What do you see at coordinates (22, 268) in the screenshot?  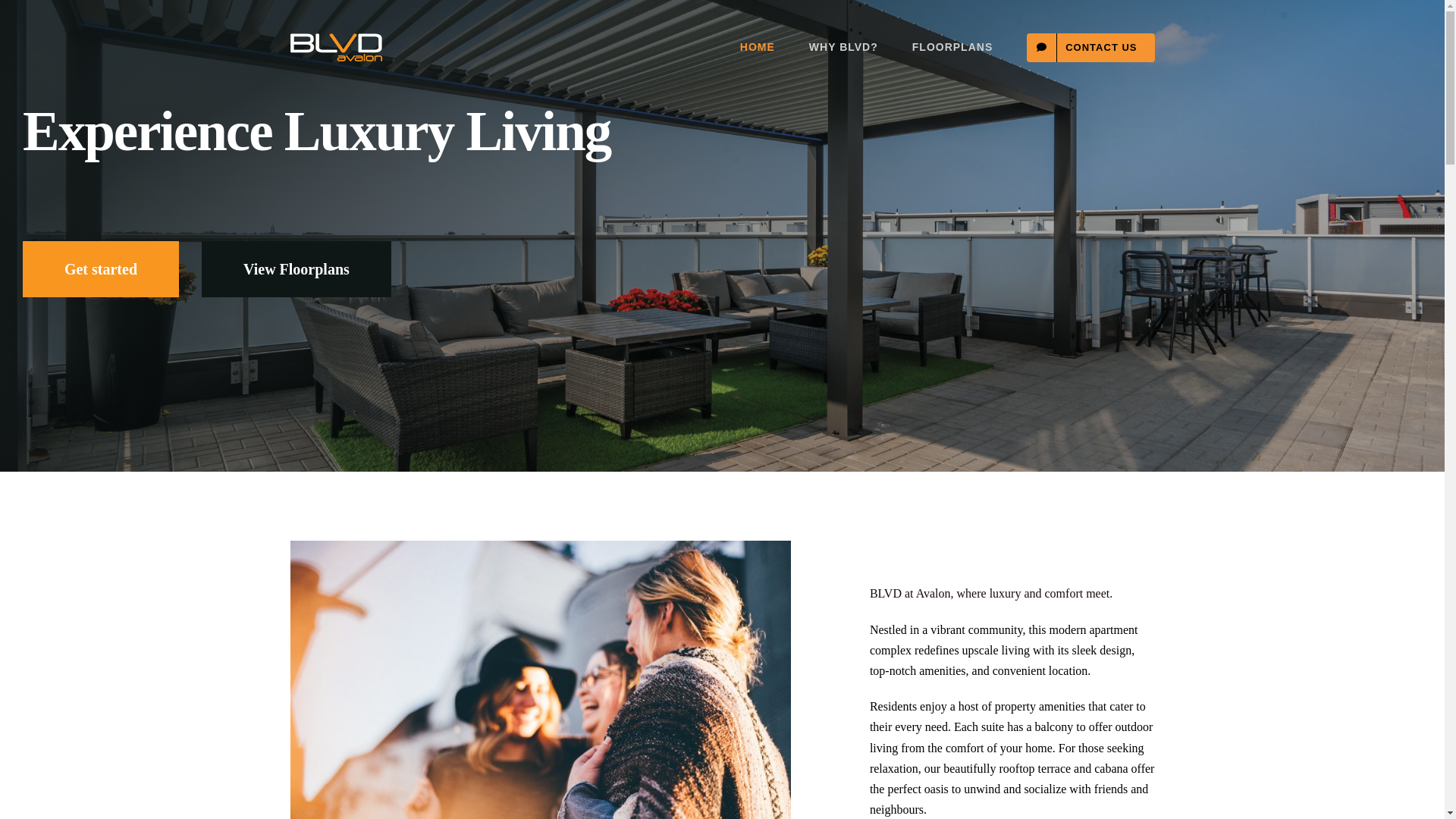 I see `'Get started'` at bounding box center [22, 268].